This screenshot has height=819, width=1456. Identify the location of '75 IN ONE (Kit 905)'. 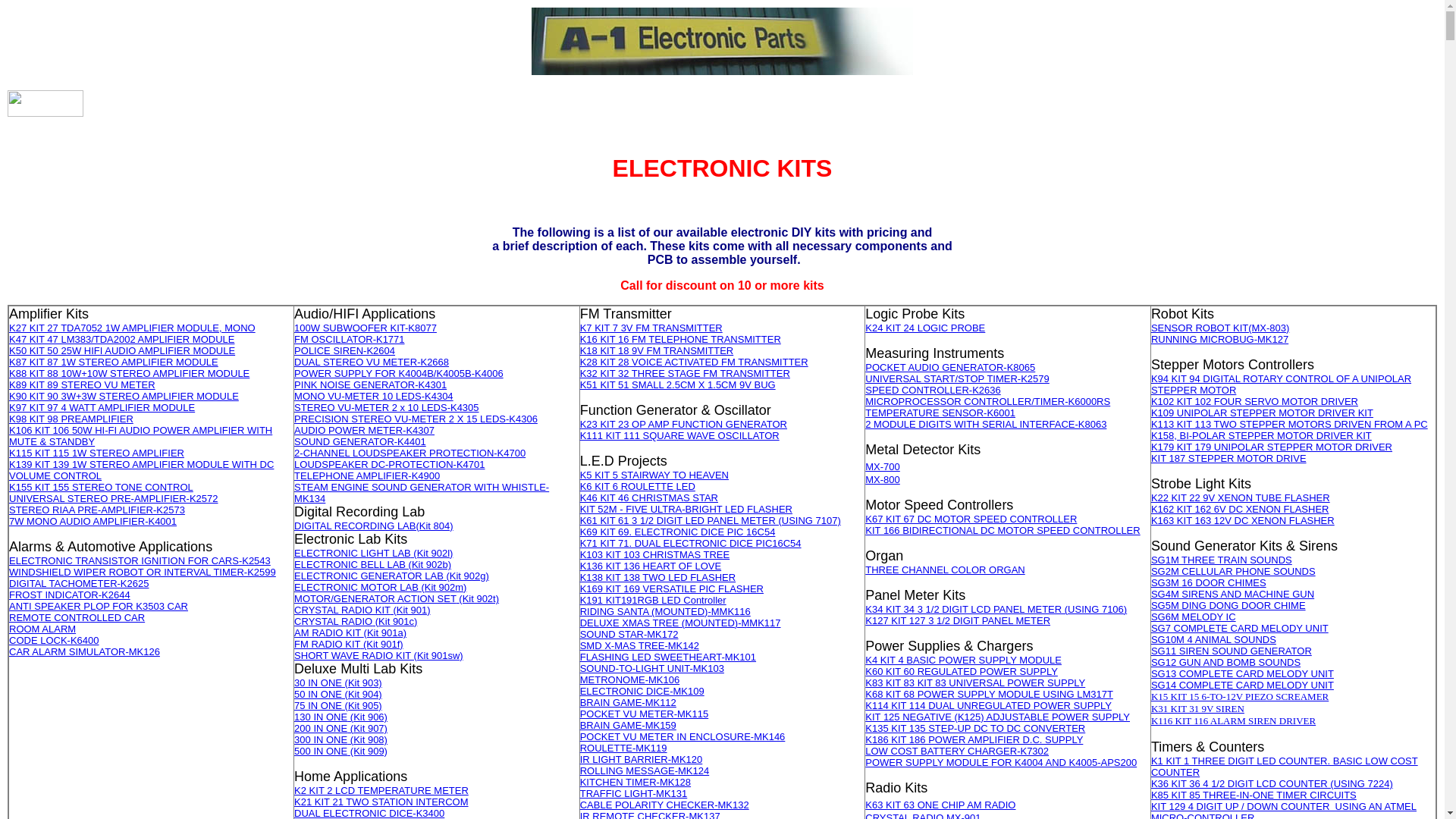
(337, 705).